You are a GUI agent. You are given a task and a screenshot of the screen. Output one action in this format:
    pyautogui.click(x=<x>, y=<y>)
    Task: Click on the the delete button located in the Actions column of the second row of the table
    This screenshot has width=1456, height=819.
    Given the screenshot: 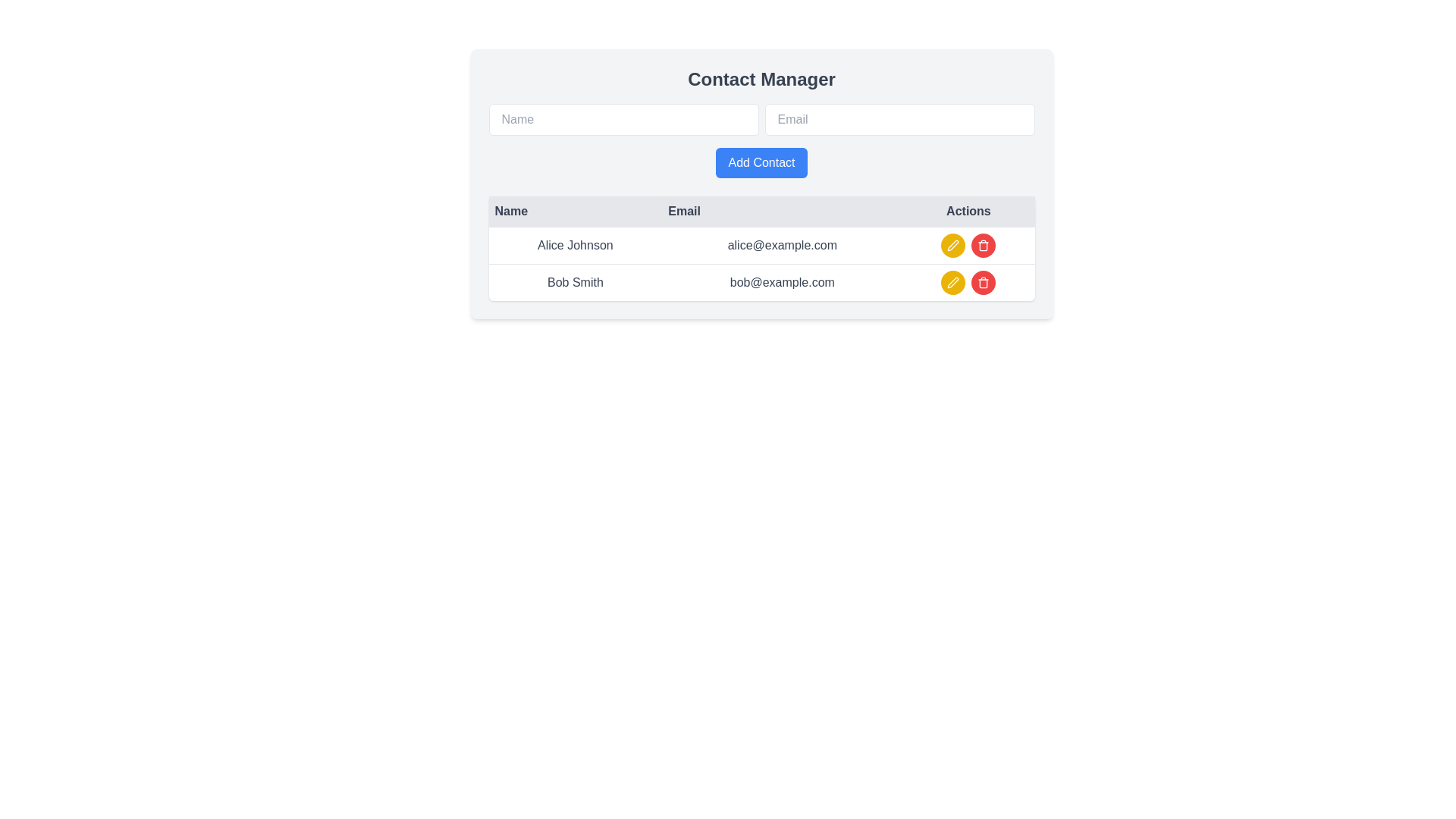 What is the action you would take?
    pyautogui.click(x=984, y=283)
    